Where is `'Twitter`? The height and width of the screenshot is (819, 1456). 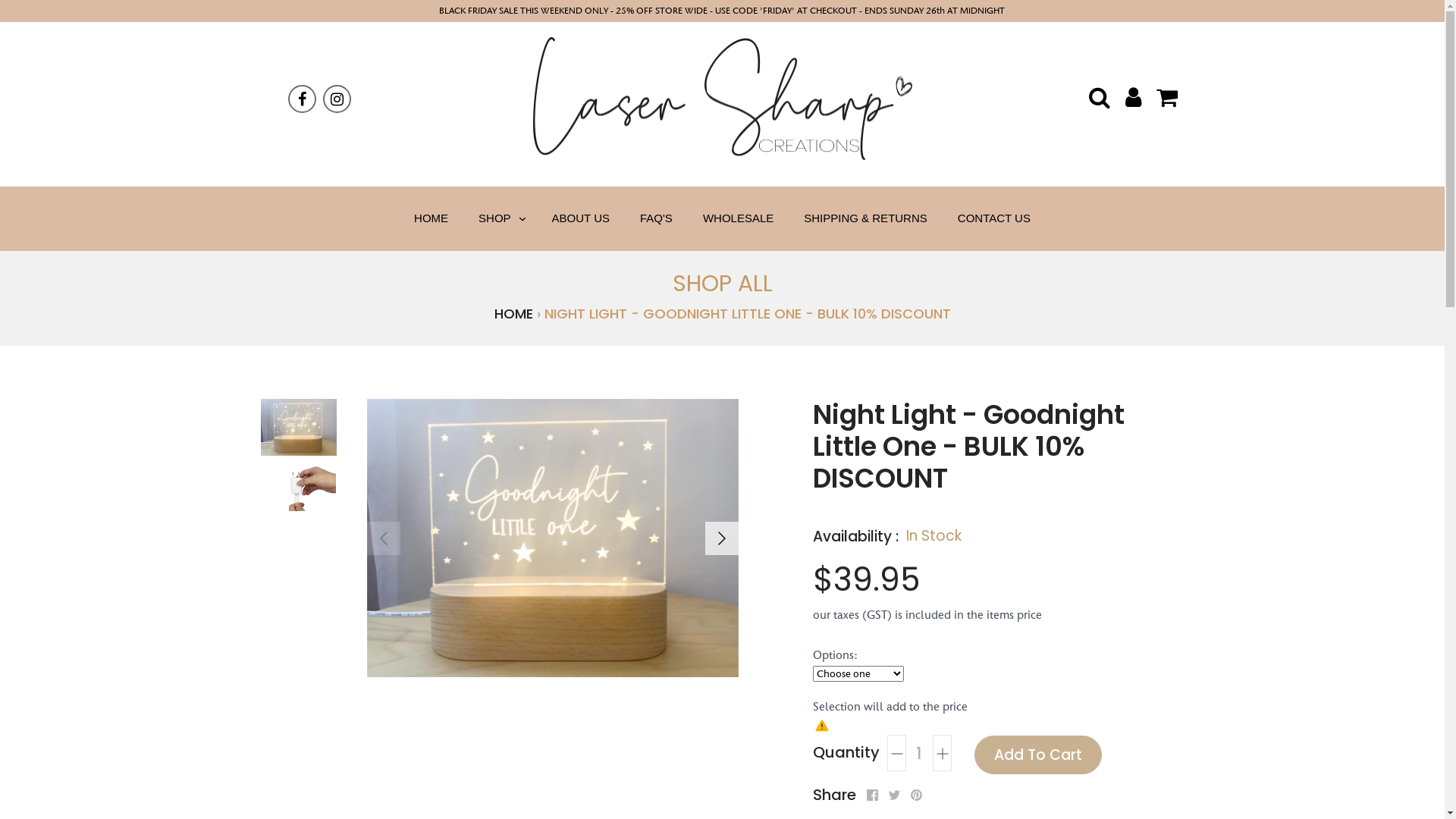
'Twitter is located at coordinates (894, 794).